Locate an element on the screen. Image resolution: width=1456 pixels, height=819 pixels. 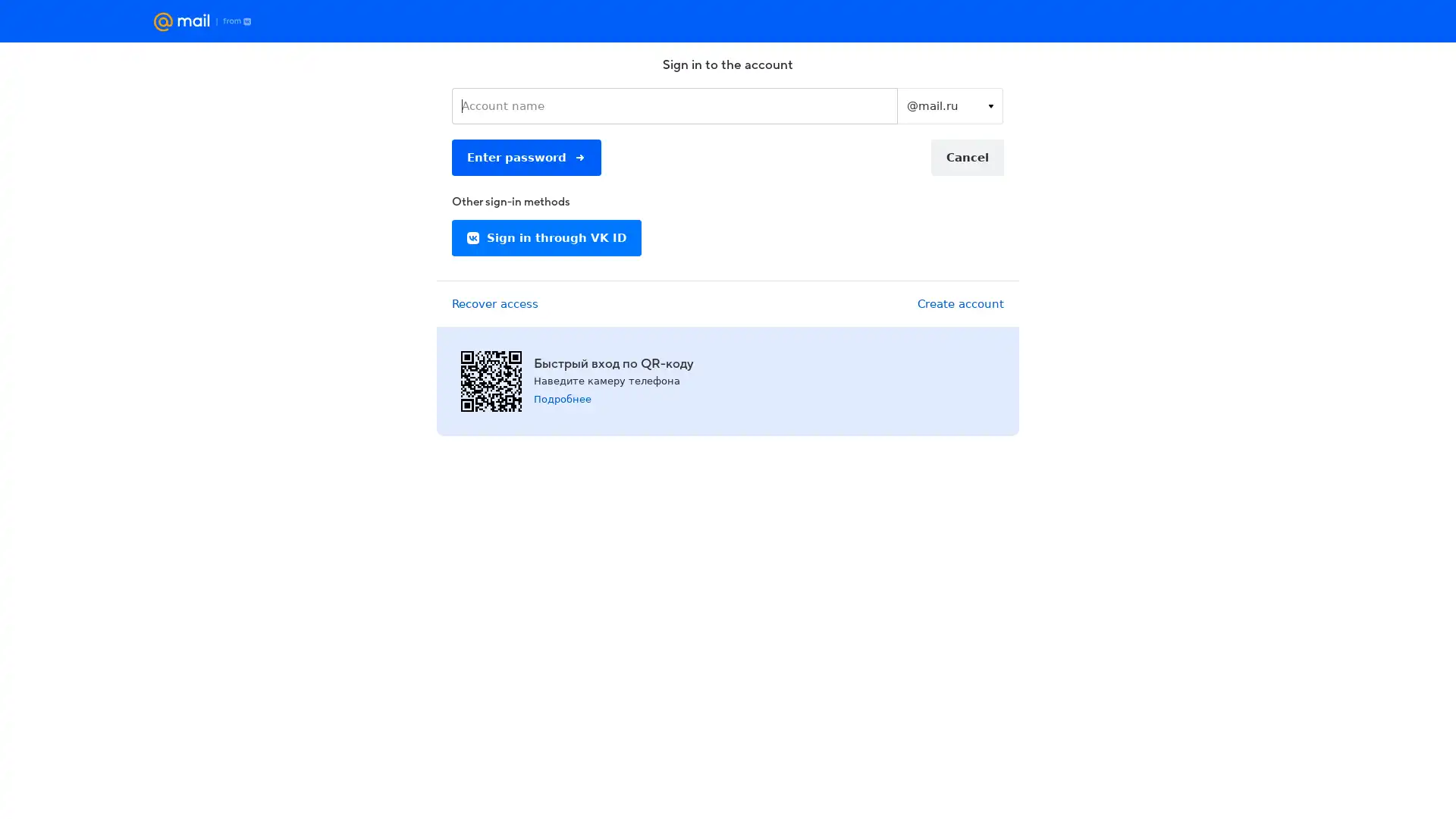
Cancel is located at coordinates (967, 158).